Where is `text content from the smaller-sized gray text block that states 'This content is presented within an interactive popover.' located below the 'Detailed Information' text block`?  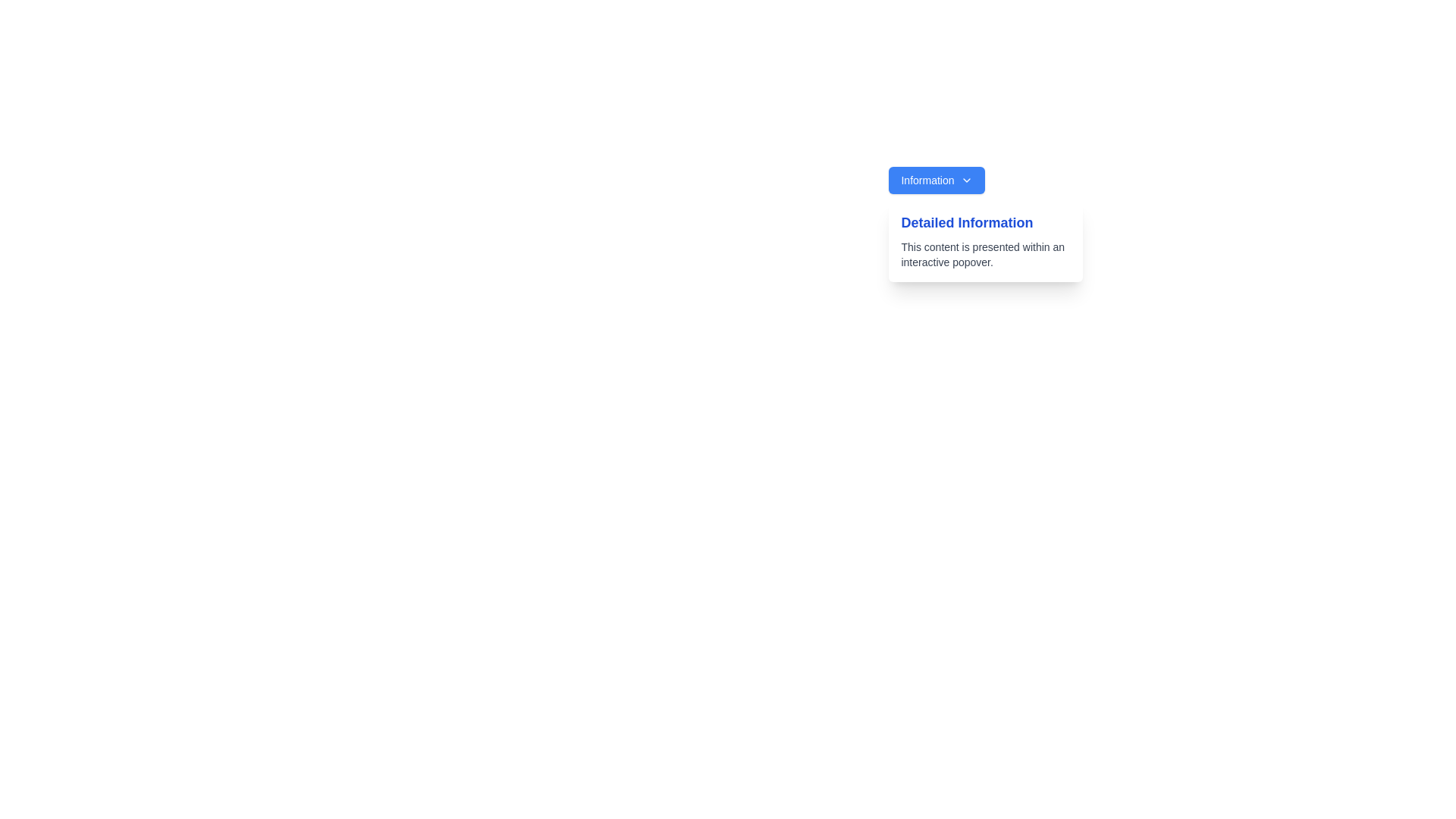 text content from the smaller-sized gray text block that states 'This content is presented within an interactive popover.' located below the 'Detailed Information' text block is located at coordinates (986, 253).